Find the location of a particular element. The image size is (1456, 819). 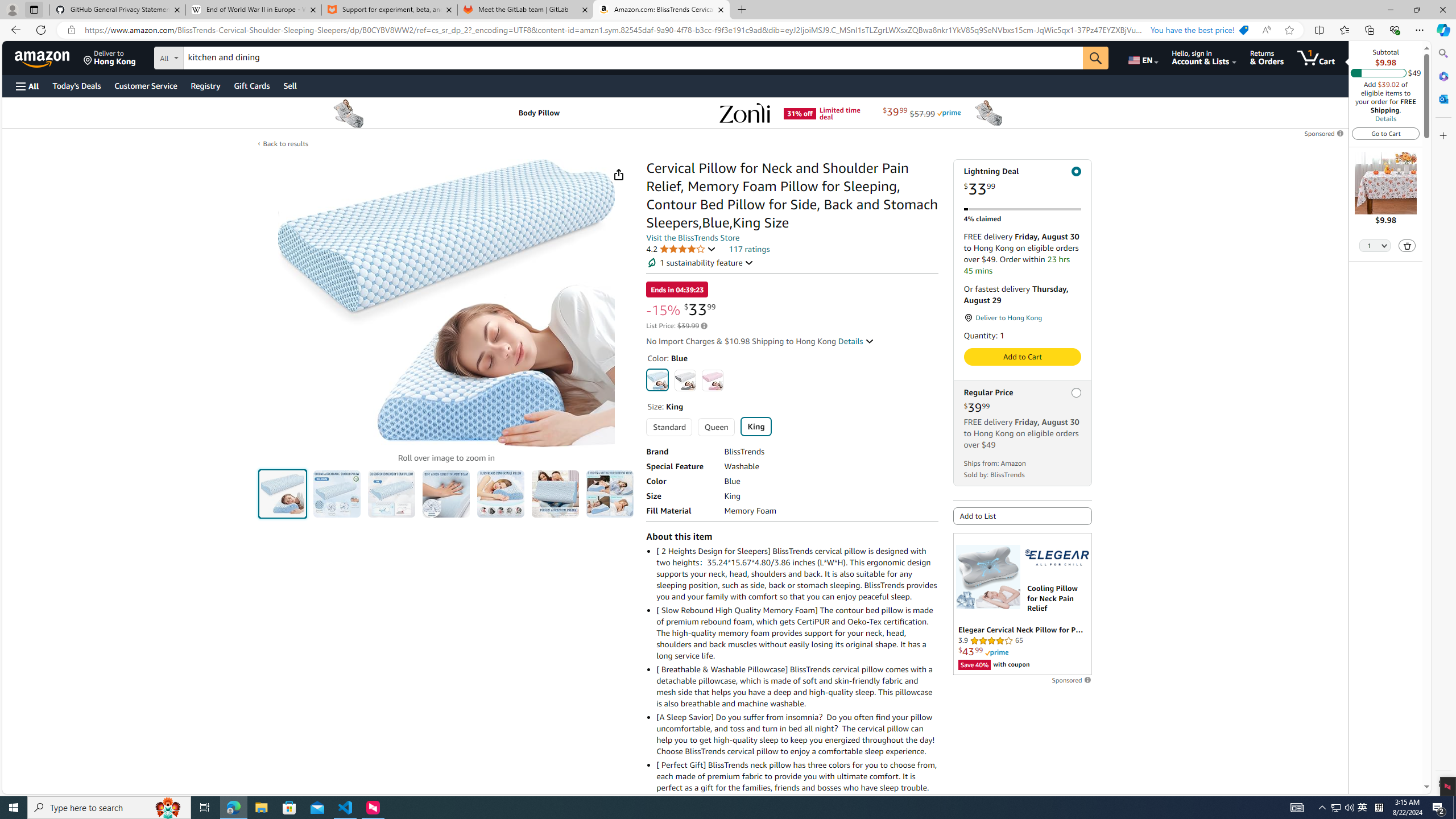

'You have the best price!' is located at coordinates (1199, 30).